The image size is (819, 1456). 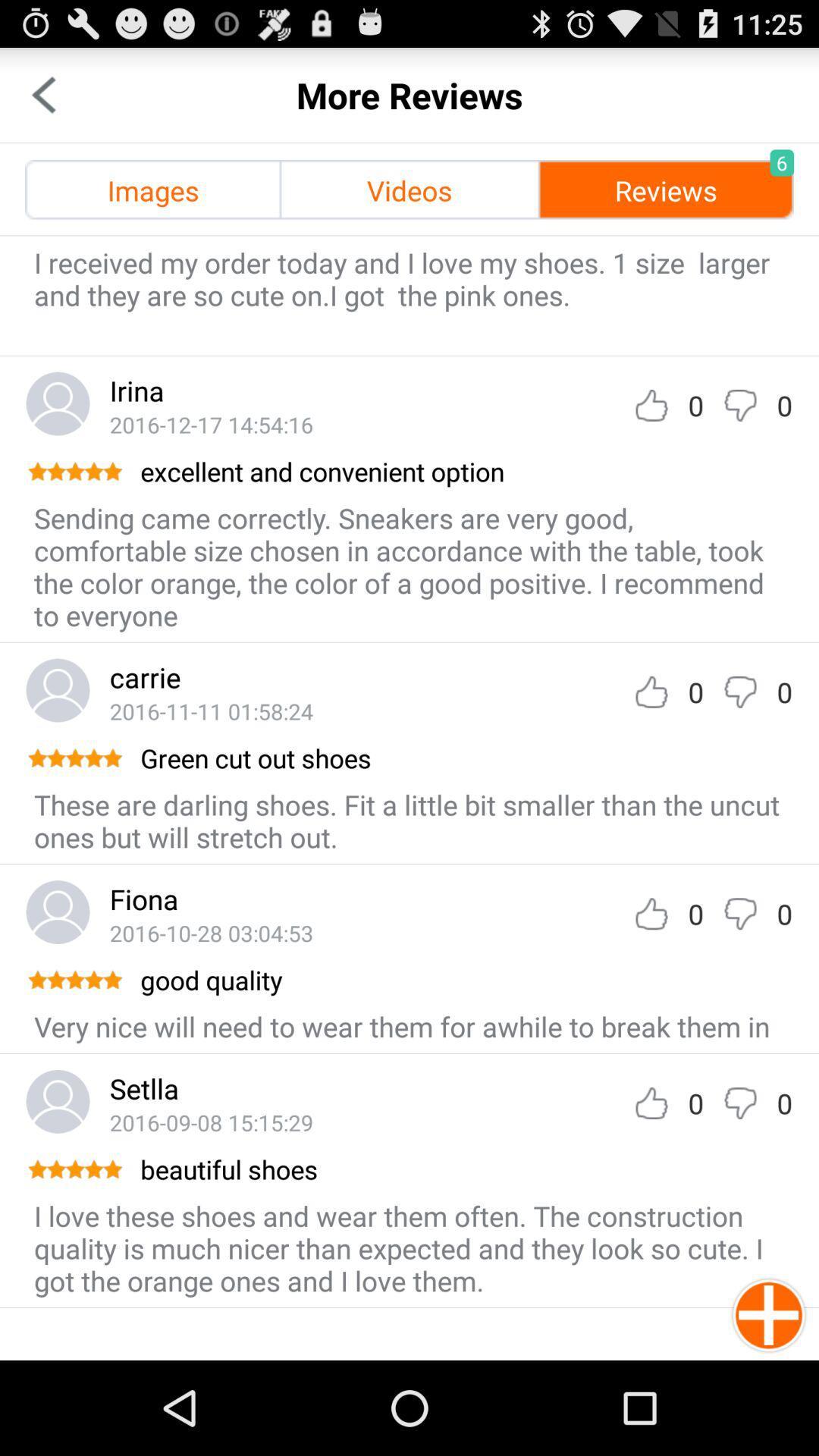 What do you see at coordinates (211, 1122) in the screenshot?
I see `the 2016 09 08 icon` at bounding box center [211, 1122].